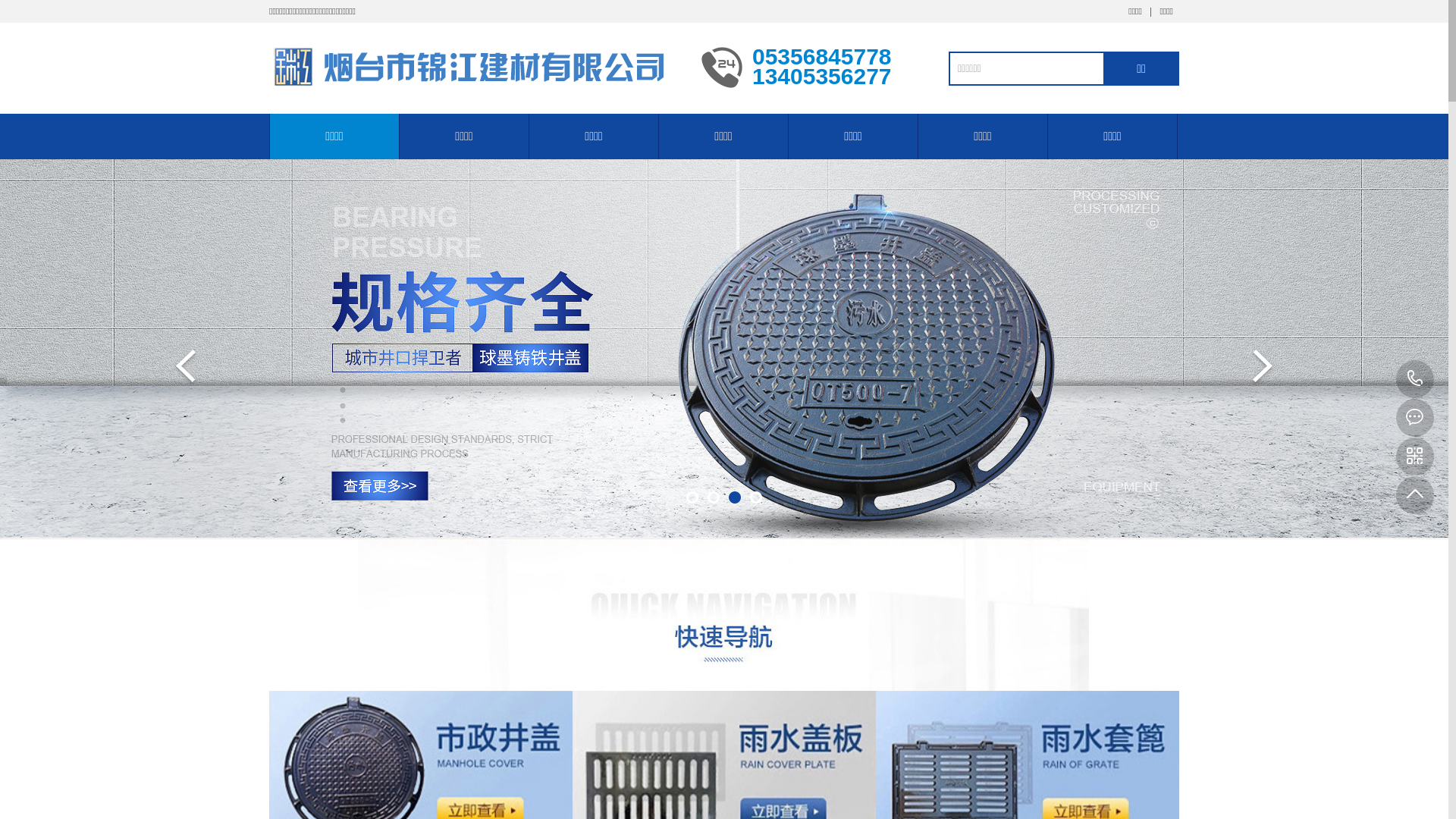 The width and height of the screenshot is (1456, 819). What do you see at coordinates (1414, 378) in the screenshot?
I see `'05356845778'` at bounding box center [1414, 378].